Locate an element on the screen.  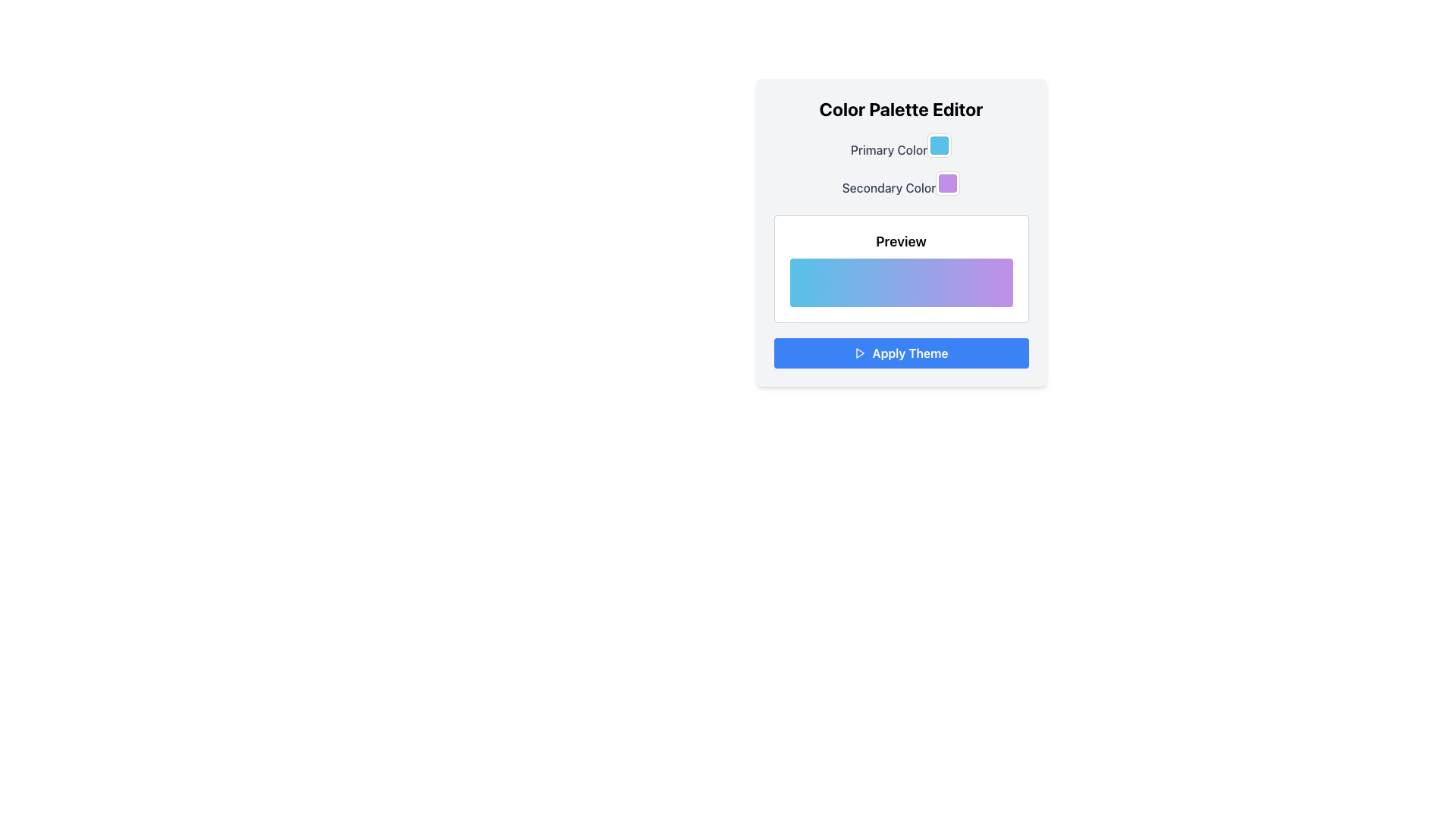
the 'Primary Color' label with the blue color indicator is located at coordinates (901, 146).